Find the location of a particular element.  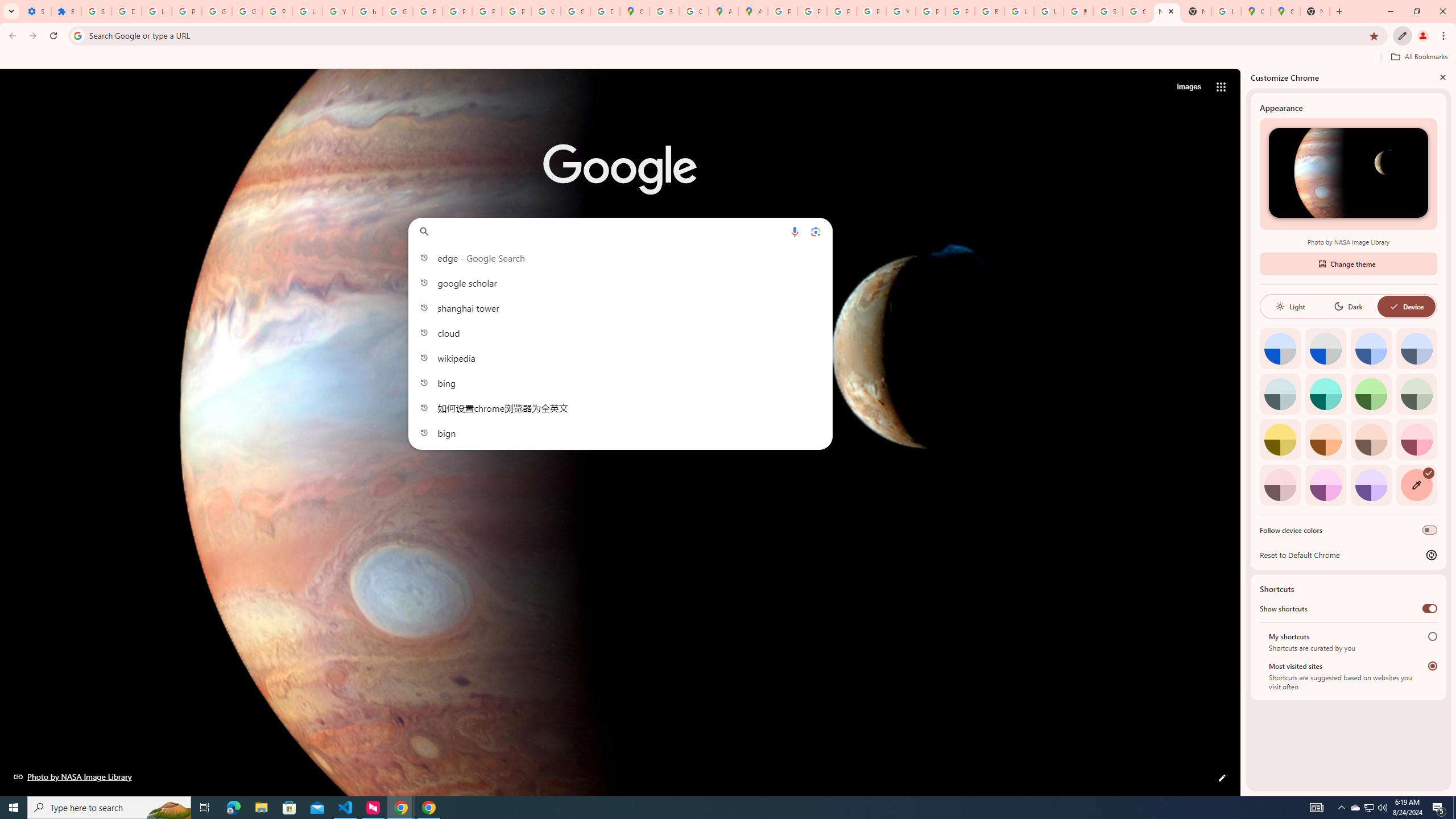

'New Tab' is located at coordinates (1196, 11).